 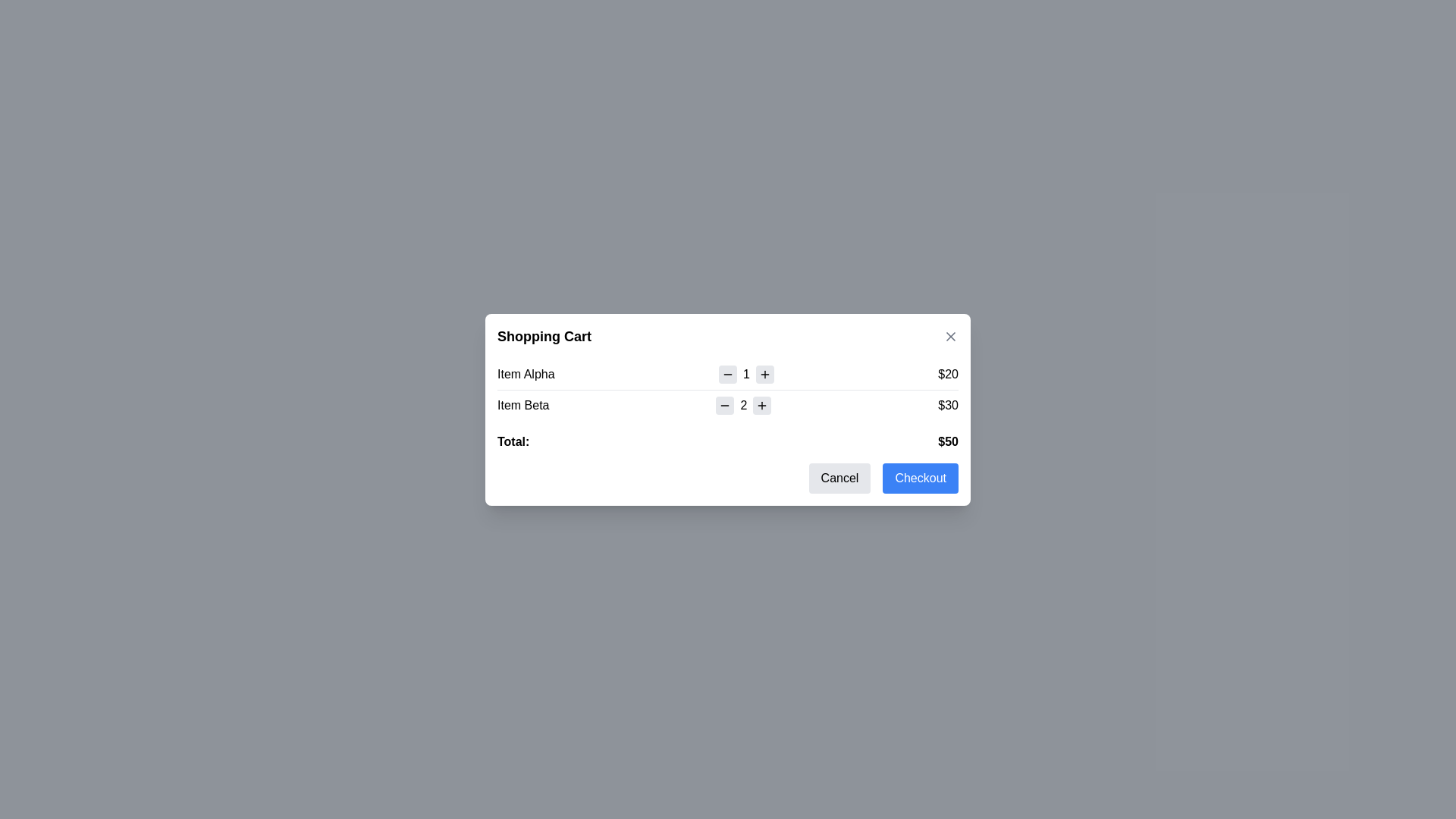 I want to click on the total price text label in the shopping cart, which displays the calculated total price for the item in the second row, adjacent to the 'Item Beta' entry, so click(x=947, y=404).